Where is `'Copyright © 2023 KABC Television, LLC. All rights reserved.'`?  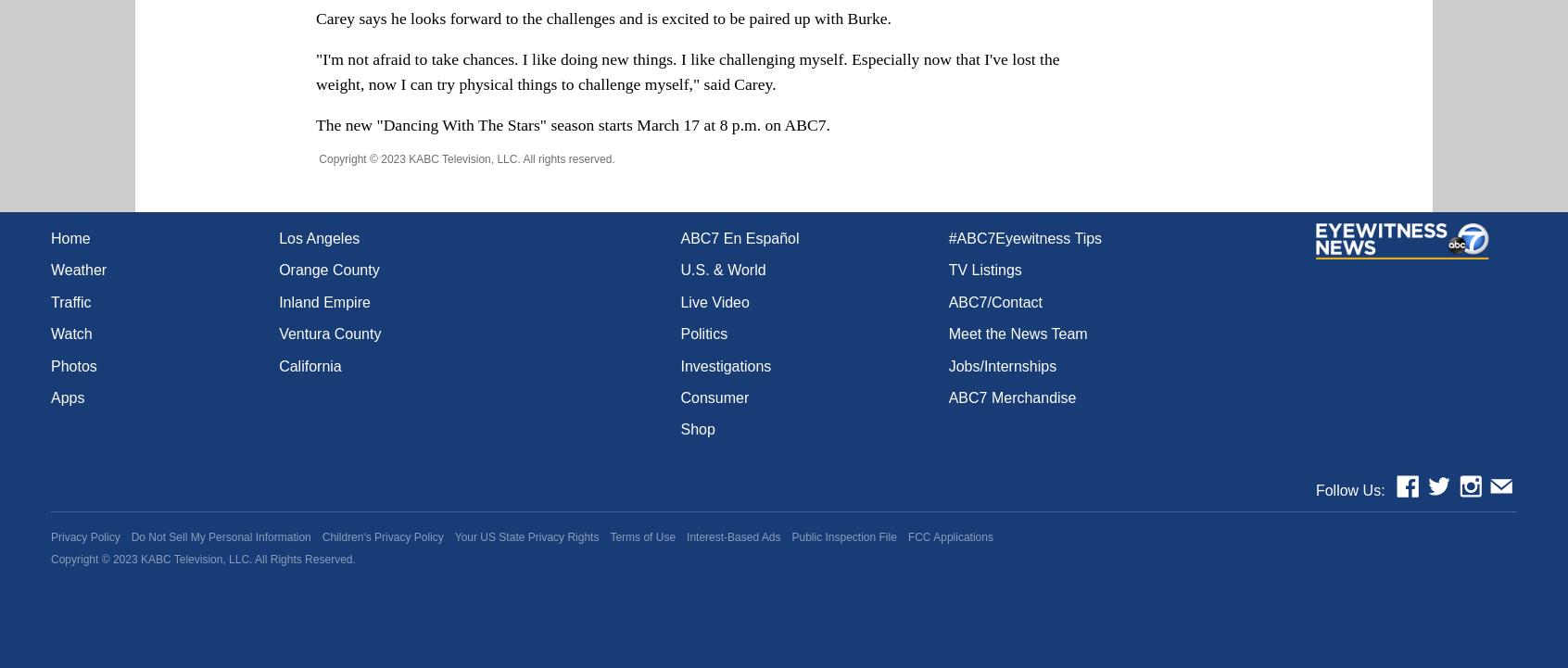
'Copyright © 2023 KABC Television, LLC. All rights reserved.' is located at coordinates (466, 158).